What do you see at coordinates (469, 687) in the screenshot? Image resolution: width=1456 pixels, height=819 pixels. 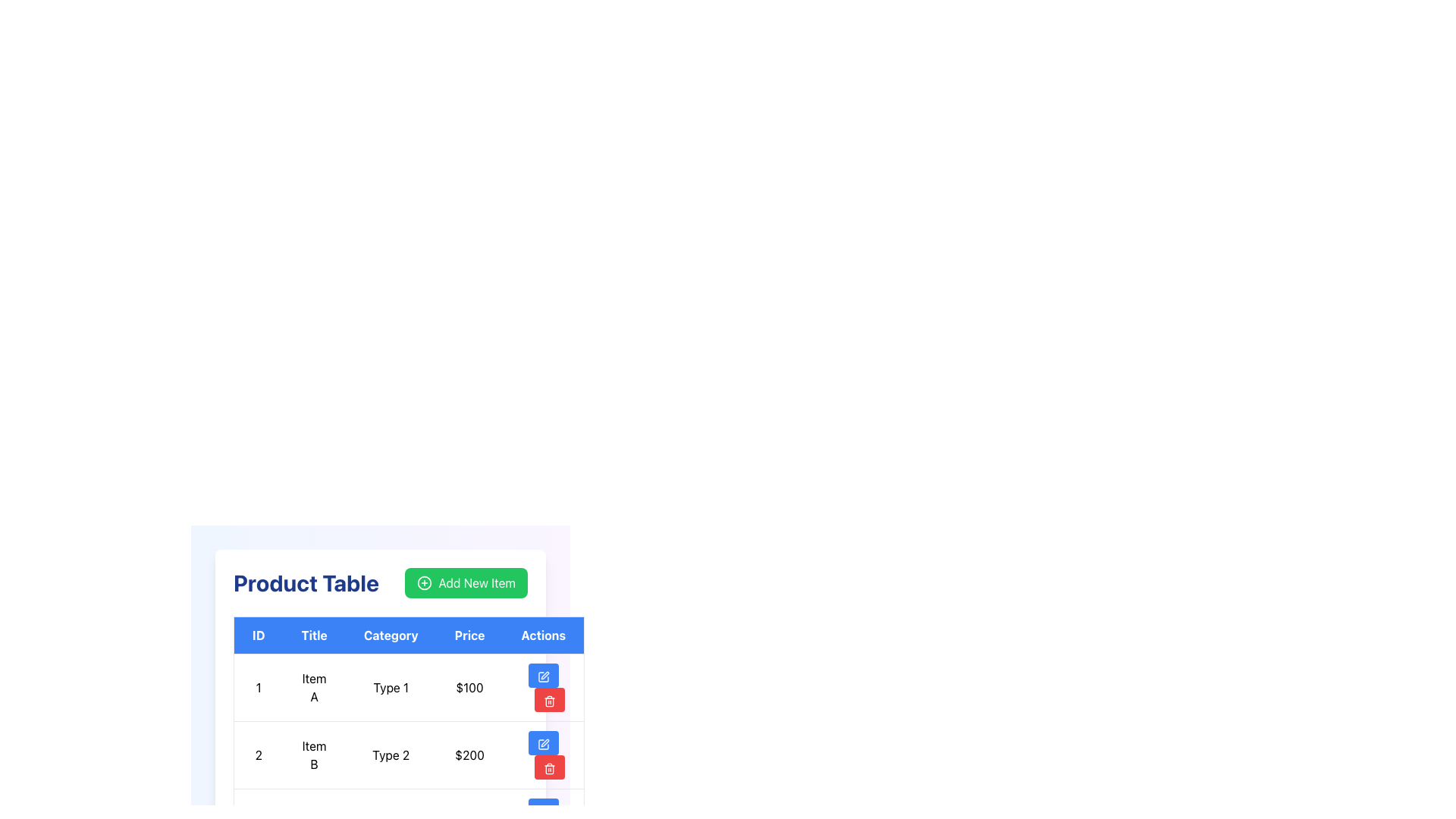 I see `the price value text of the first item in the table, which is located in the first row under the 'Price' column` at bounding box center [469, 687].